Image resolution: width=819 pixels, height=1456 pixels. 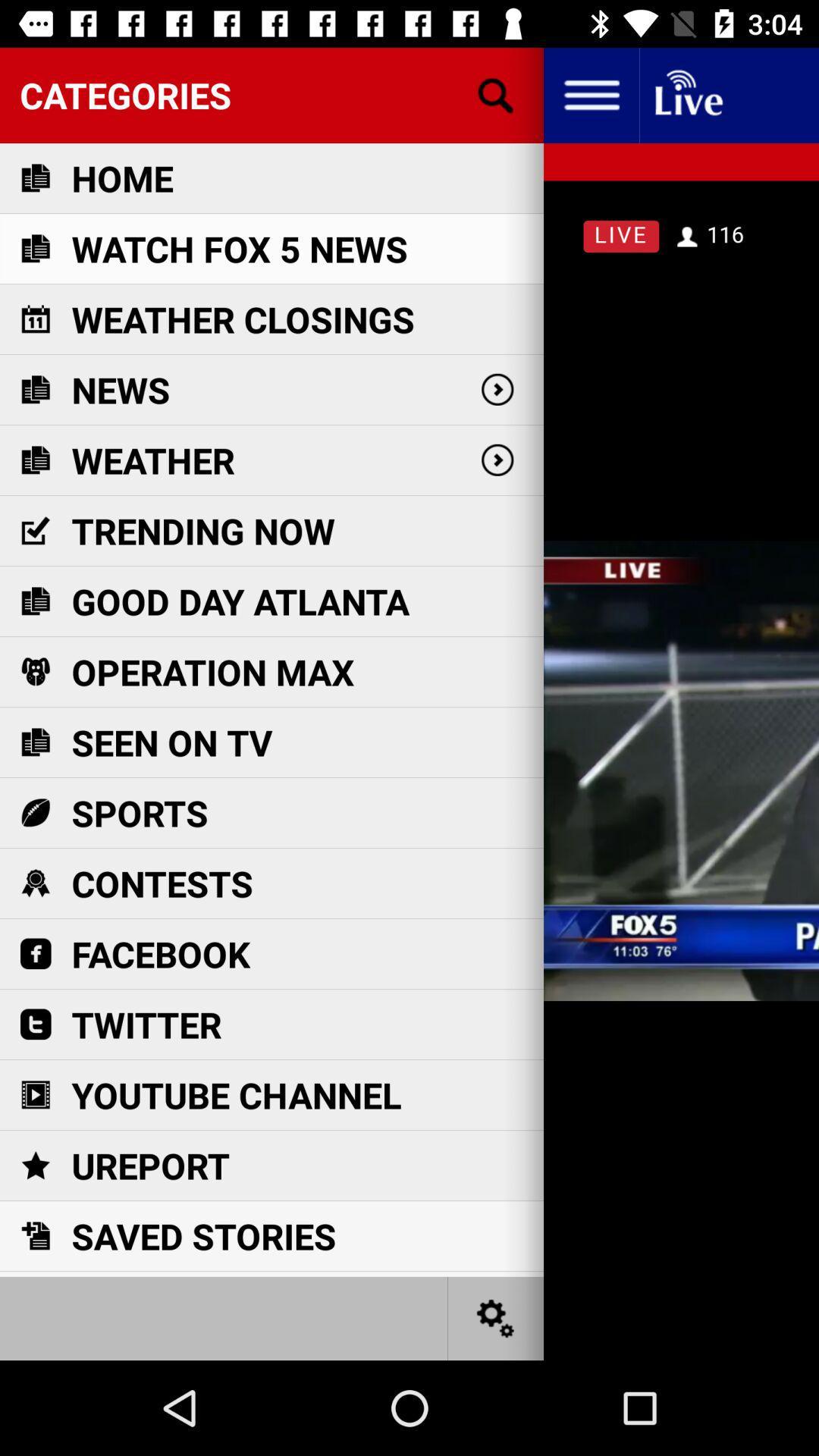 I want to click on live streaming, so click(x=687, y=94).